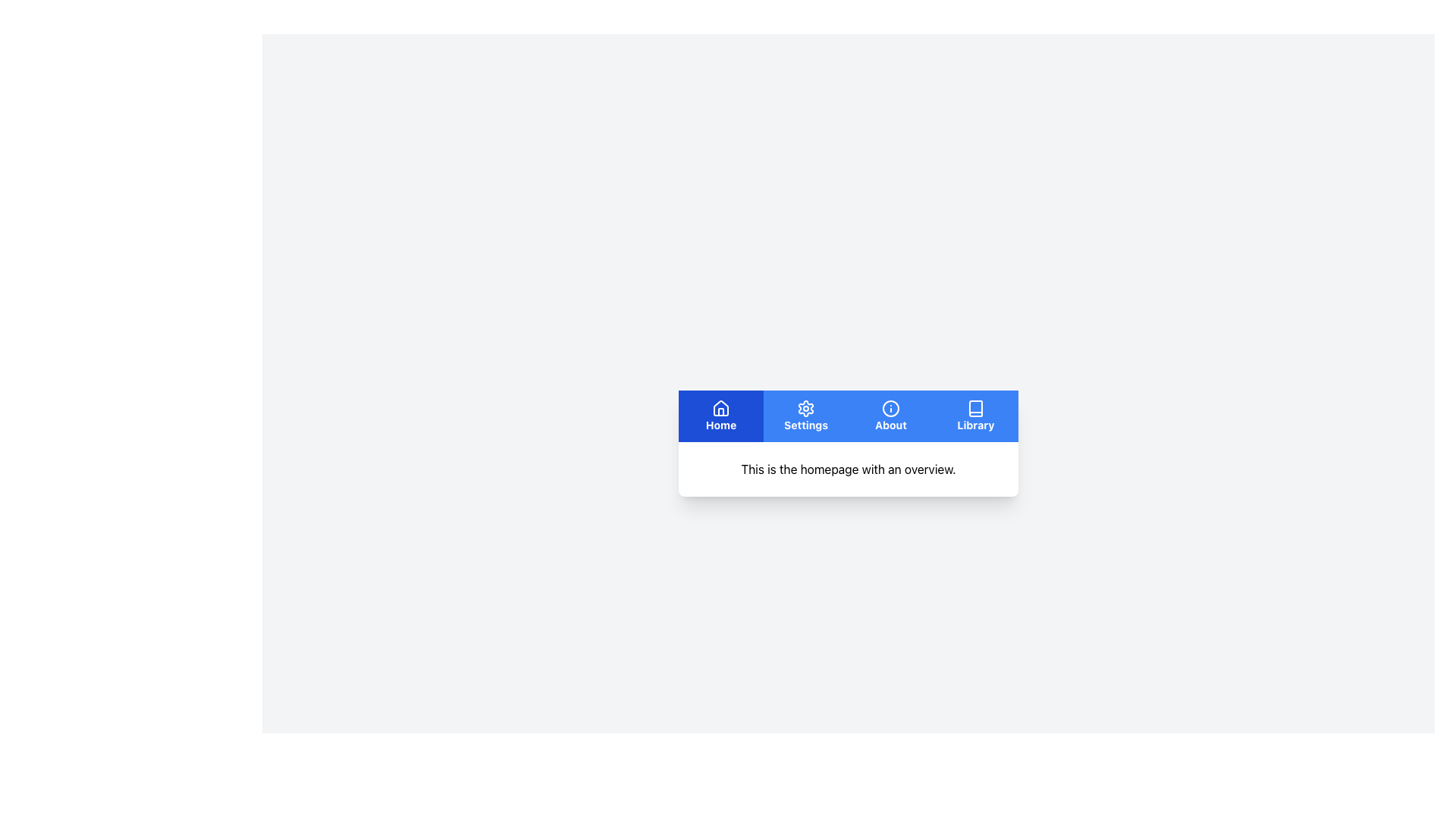  I want to click on the leftmost button in the horizontal navigation bar, so click(720, 416).